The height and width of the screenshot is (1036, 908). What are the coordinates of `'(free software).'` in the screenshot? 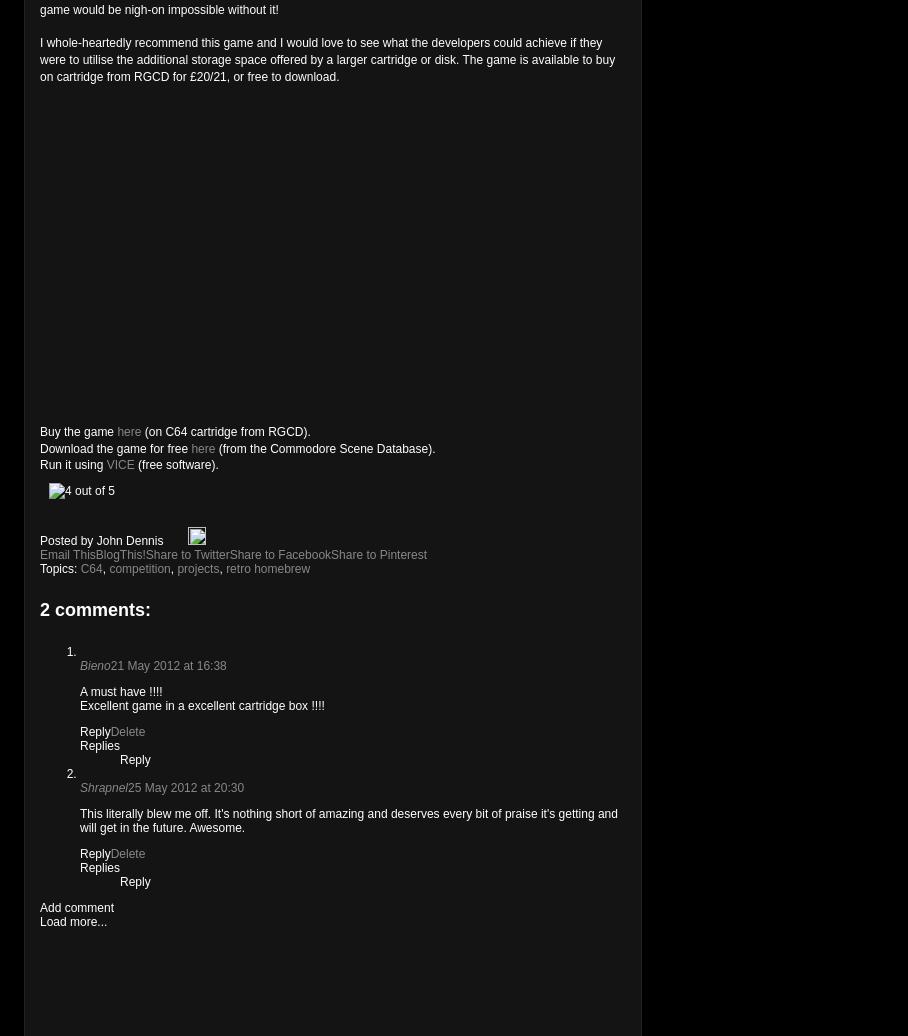 It's located at (174, 464).